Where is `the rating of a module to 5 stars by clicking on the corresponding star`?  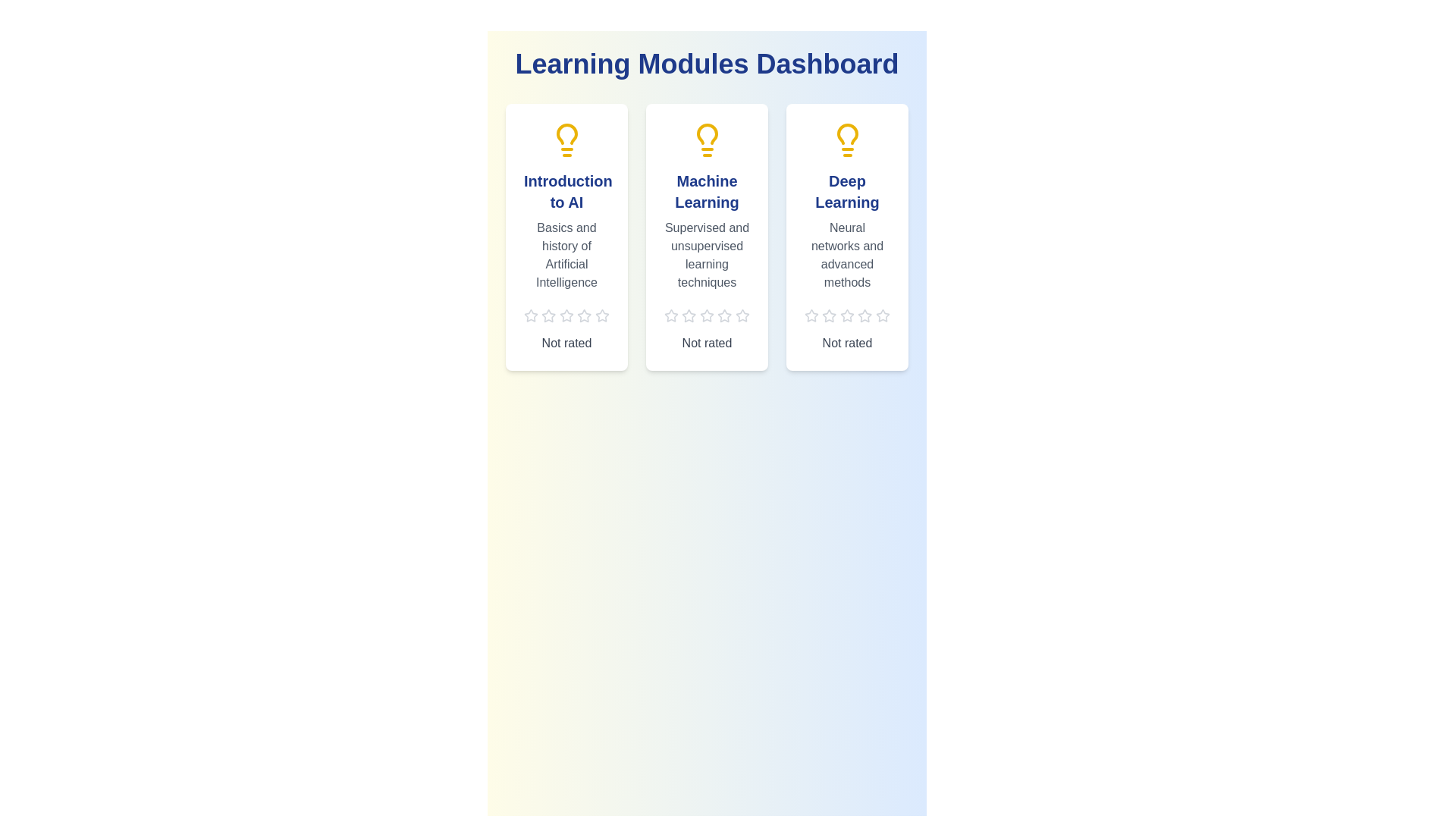 the rating of a module to 5 stars by clicking on the corresponding star is located at coordinates (601, 315).